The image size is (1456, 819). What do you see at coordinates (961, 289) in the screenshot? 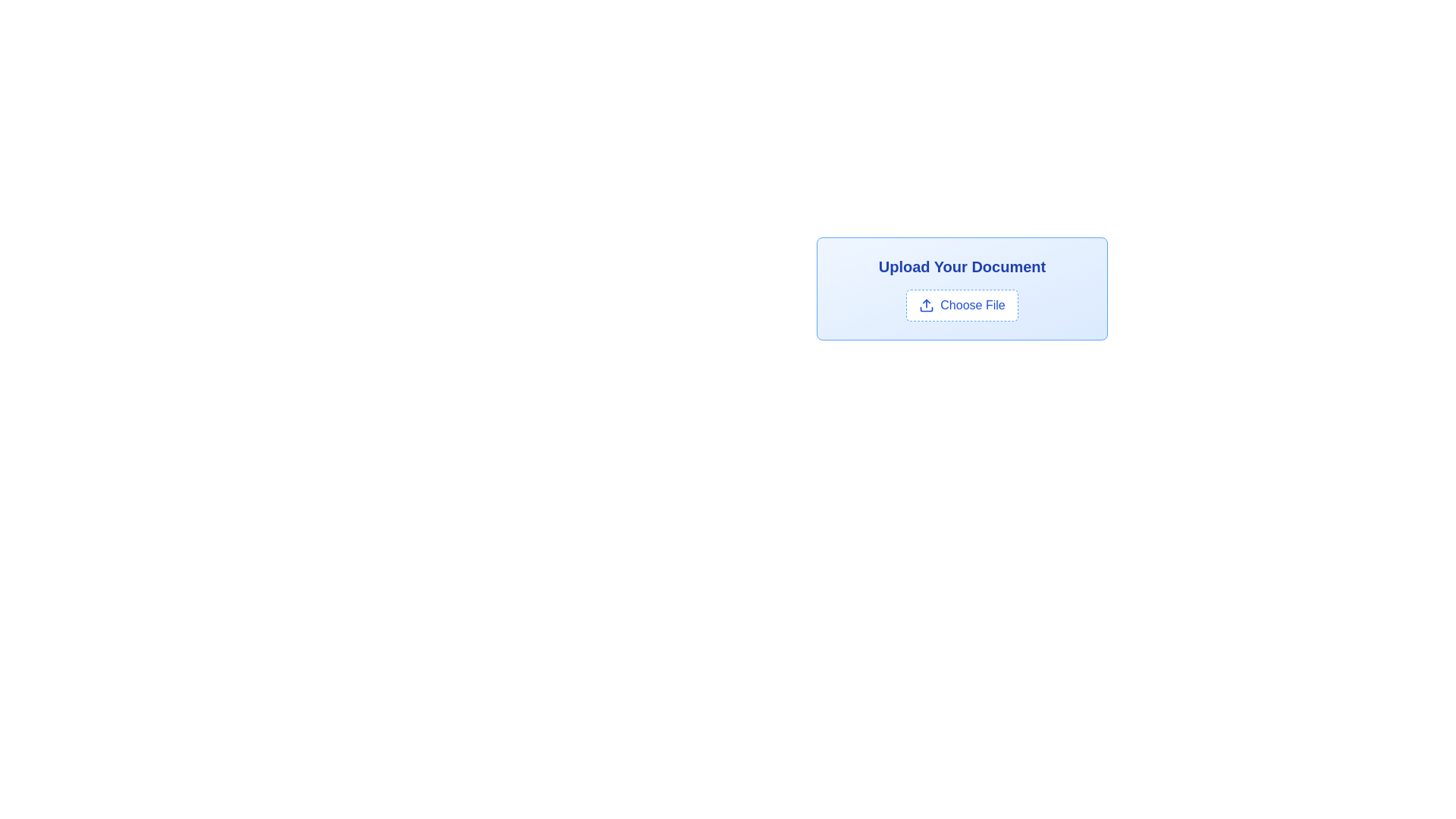
I see `the 'Choose File' button with a white background and dashed blue border, located beneath the 'Upload Your Document' text` at bounding box center [961, 289].